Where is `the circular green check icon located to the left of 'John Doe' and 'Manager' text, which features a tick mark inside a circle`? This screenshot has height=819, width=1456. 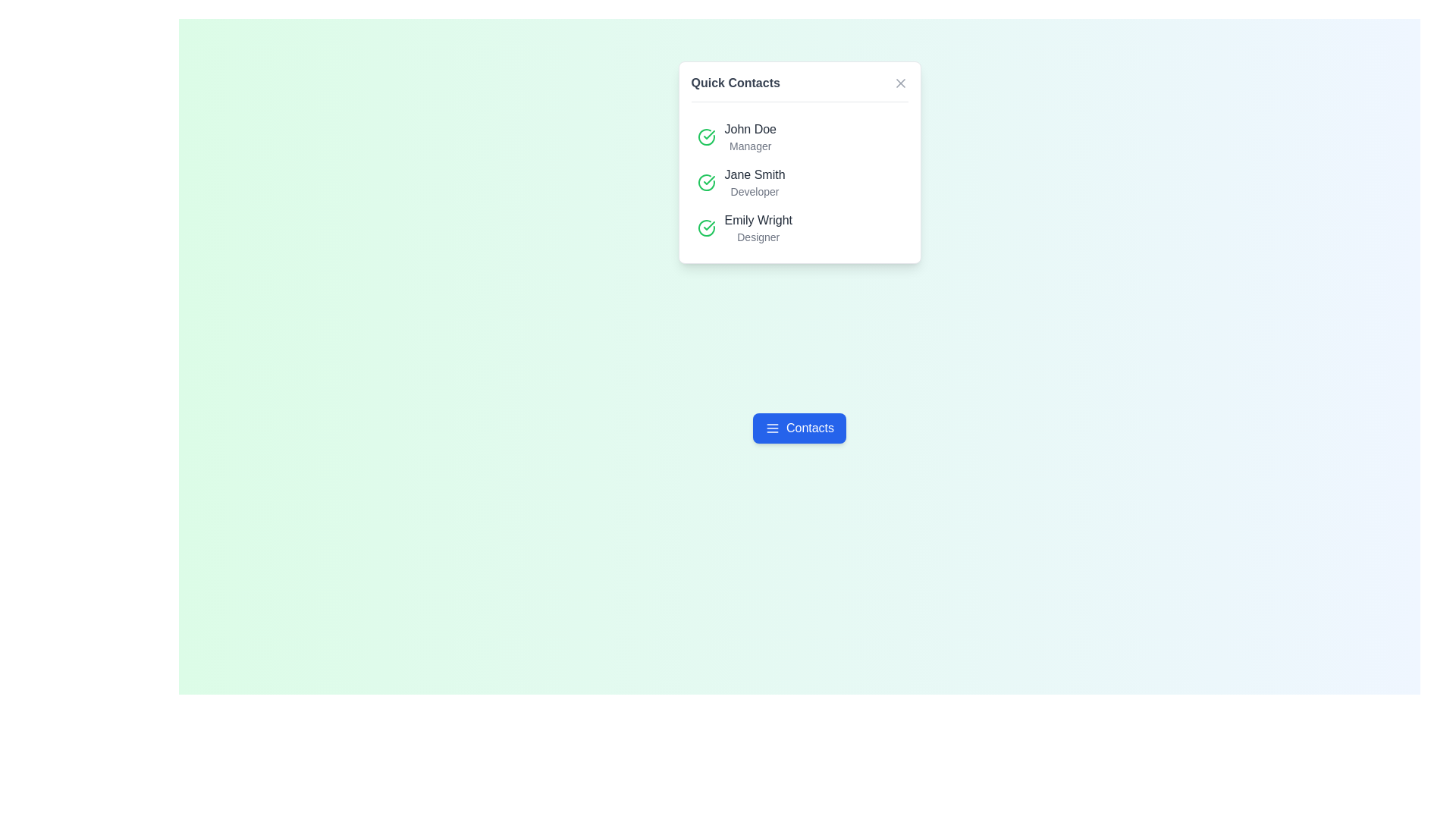
the circular green check icon located to the left of 'John Doe' and 'Manager' text, which features a tick mark inside a circle is located at coordinates (705, 137).